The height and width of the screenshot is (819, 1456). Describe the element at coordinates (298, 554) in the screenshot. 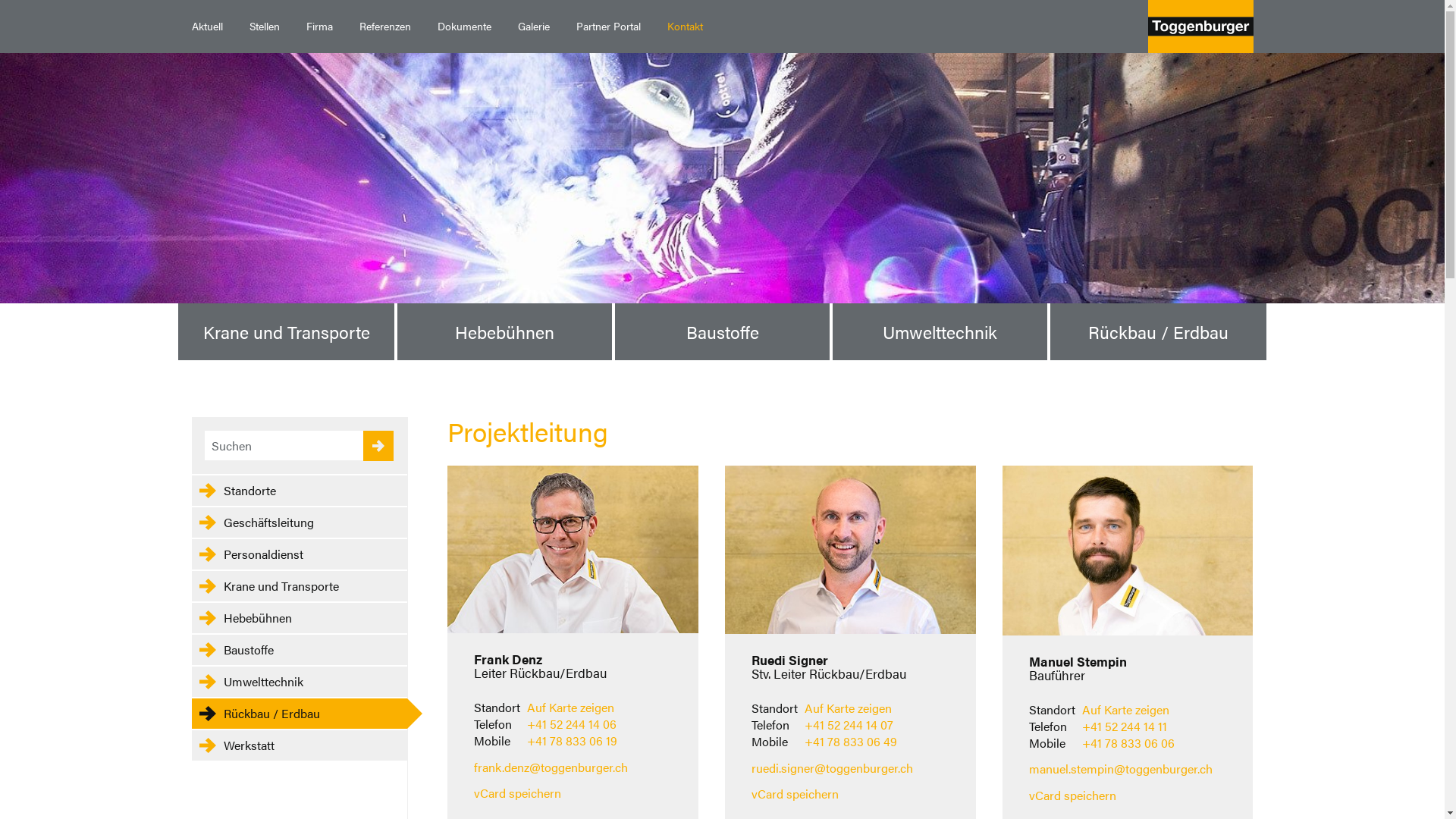

I see `'Personaldienst'` at that location.